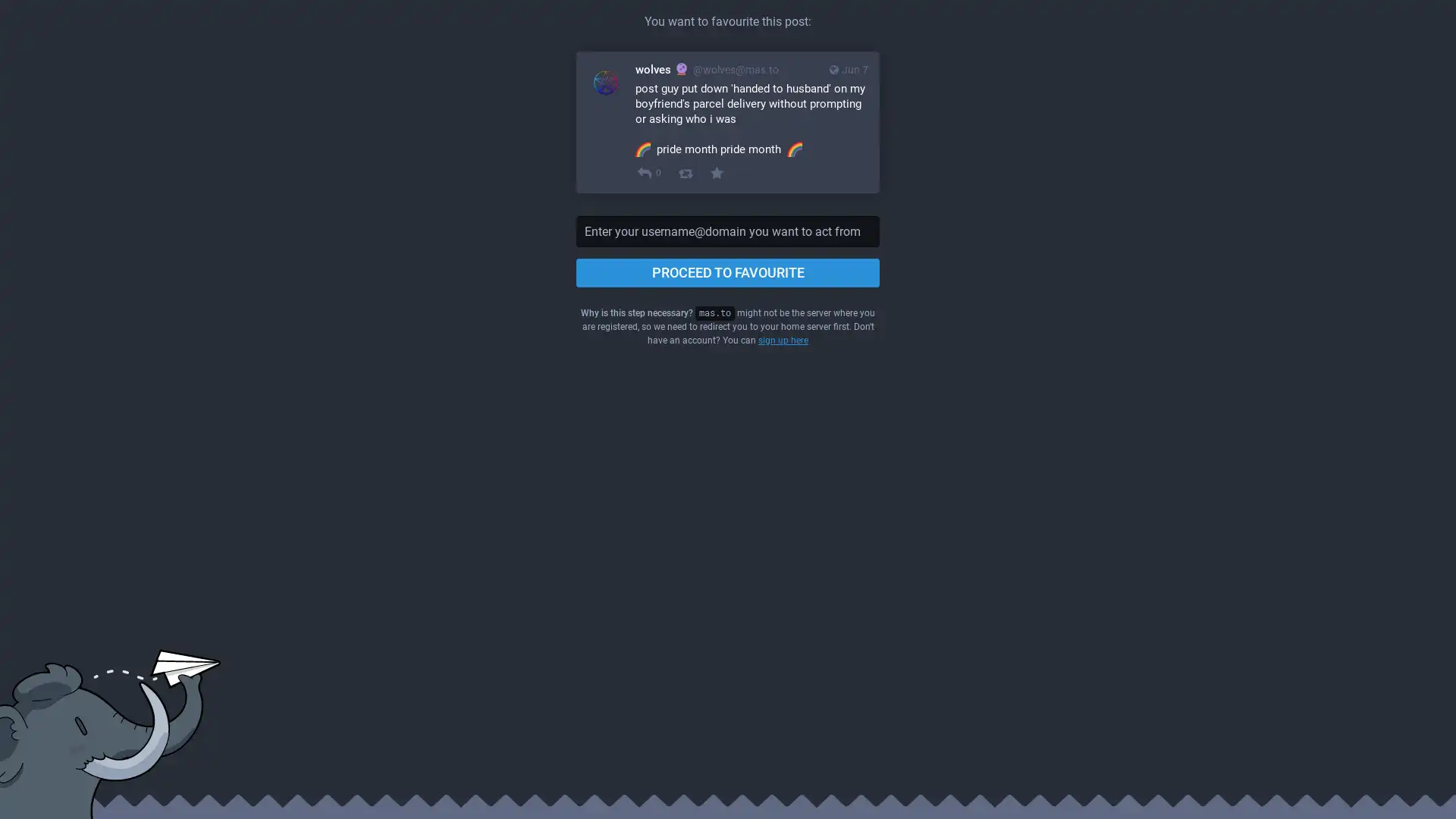 The width and height of the screenshot is (1456, 819). Describe the element at coordinates (728, 271) in the screenshot. I see `PROCEED TO FAVOURITE` at that location.